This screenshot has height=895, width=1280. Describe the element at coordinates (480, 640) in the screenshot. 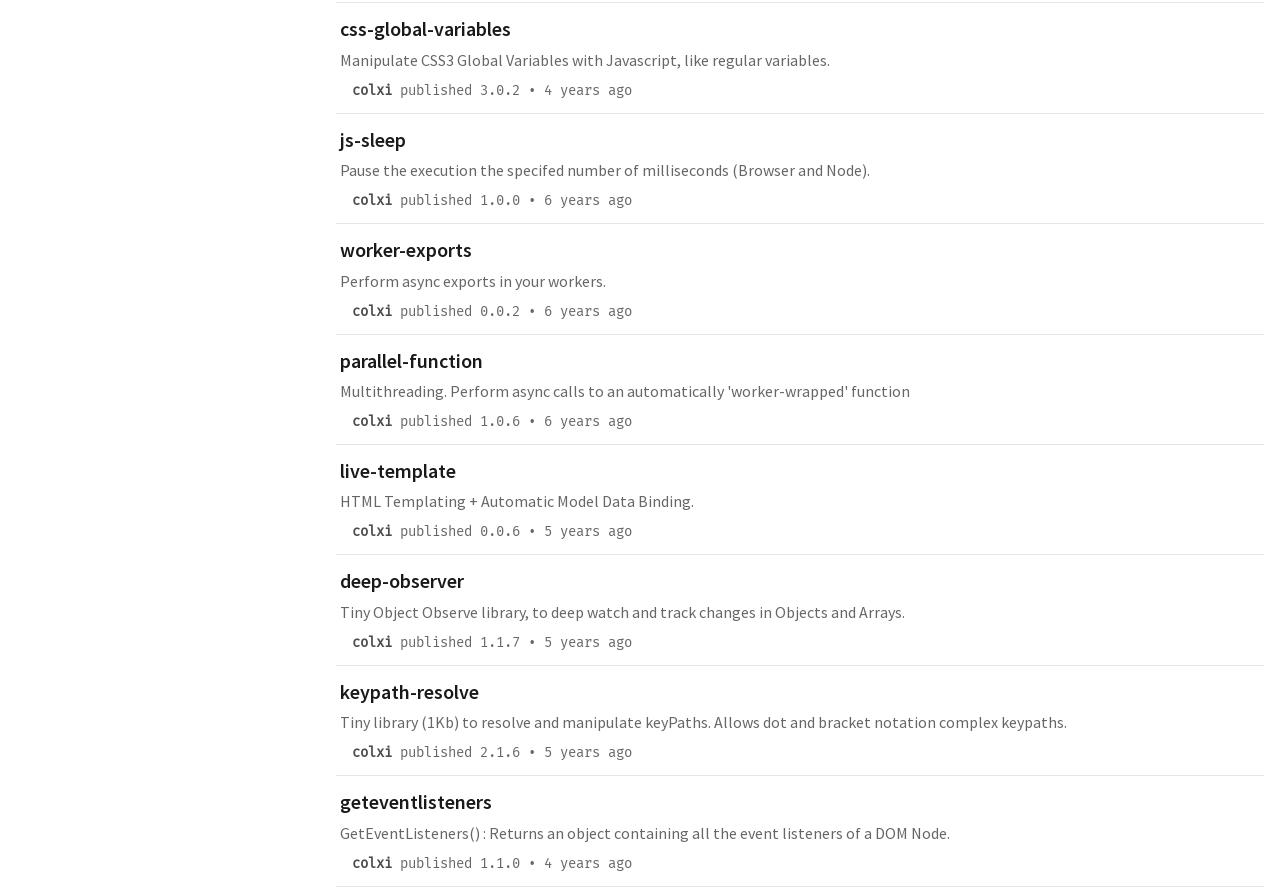

I see `'1.1.7'` at that location.